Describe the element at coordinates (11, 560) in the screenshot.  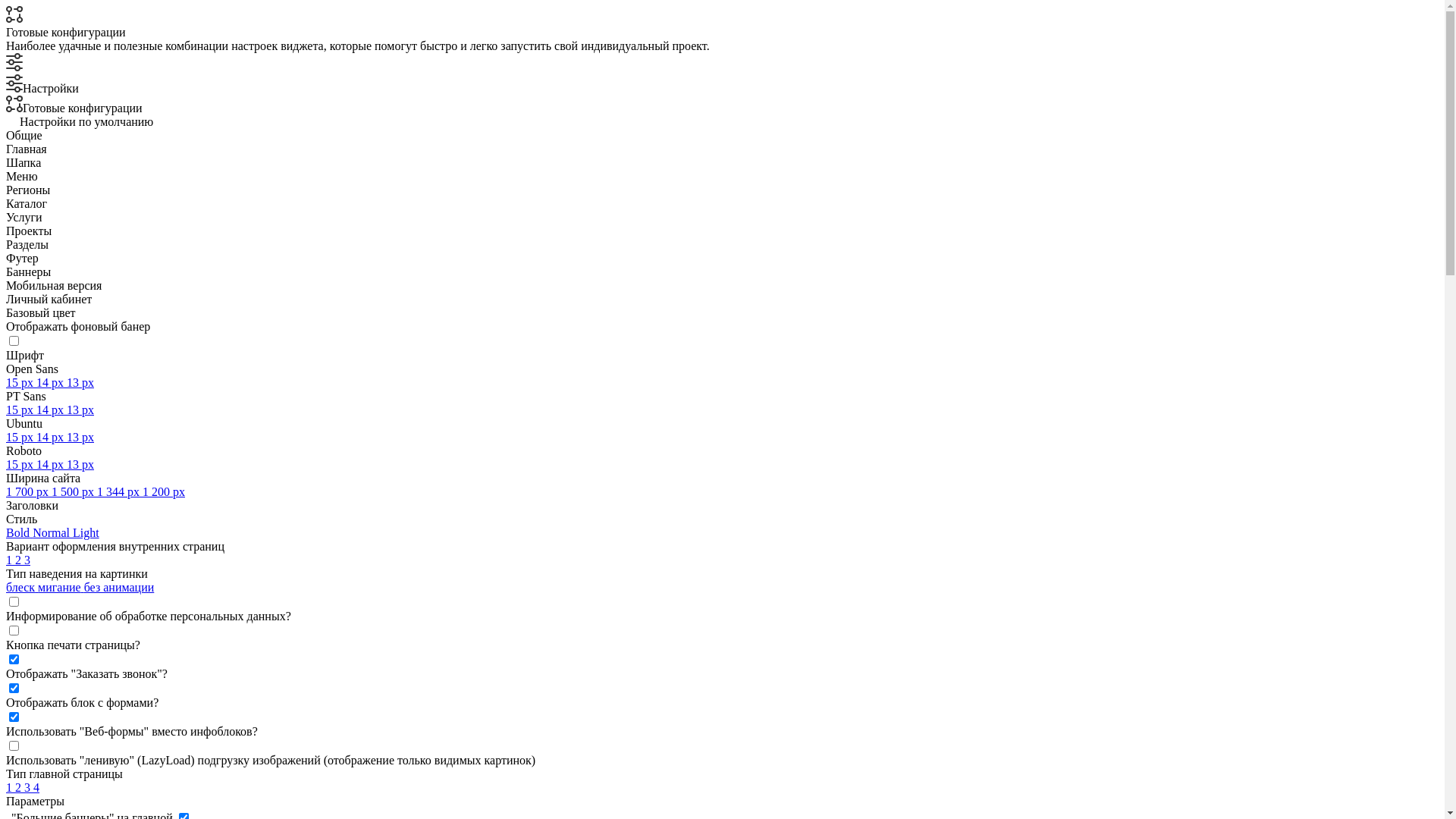
I see `'1'` at that location.